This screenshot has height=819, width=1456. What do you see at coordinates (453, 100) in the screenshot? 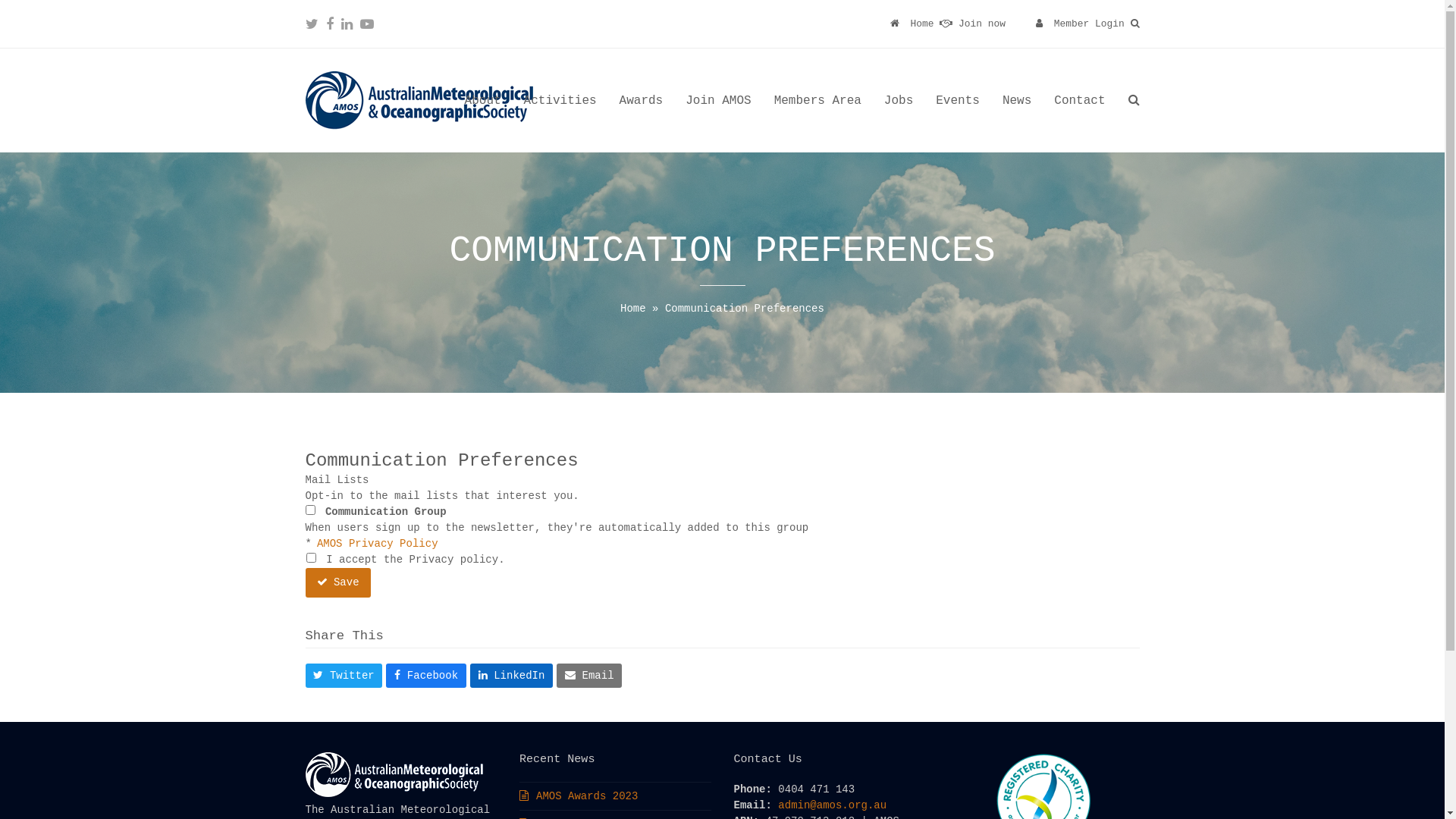
I see `'About'` at bounding box center [453, 100].